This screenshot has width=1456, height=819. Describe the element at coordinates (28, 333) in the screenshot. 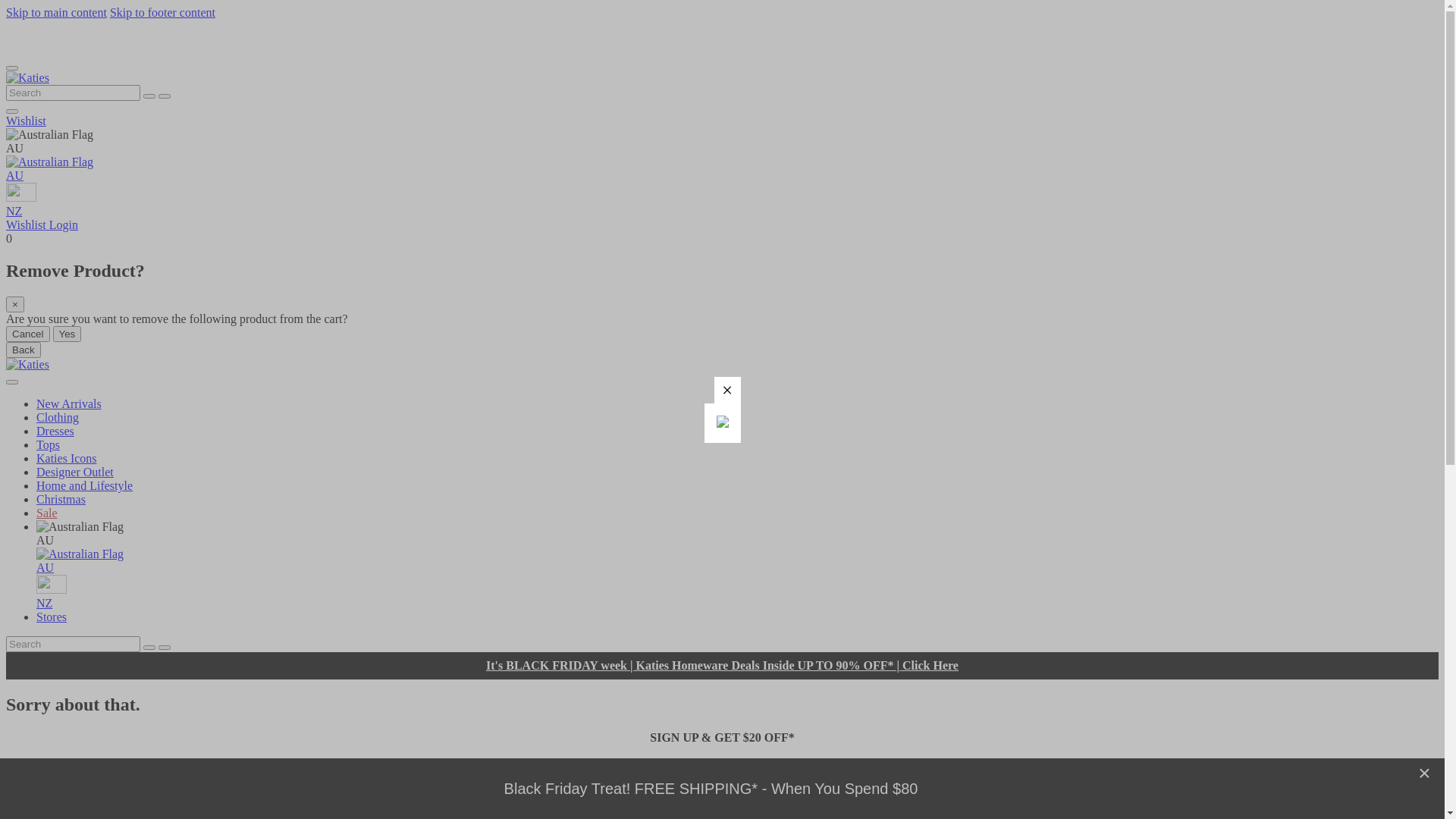

I see `'Cancel'` at that location.